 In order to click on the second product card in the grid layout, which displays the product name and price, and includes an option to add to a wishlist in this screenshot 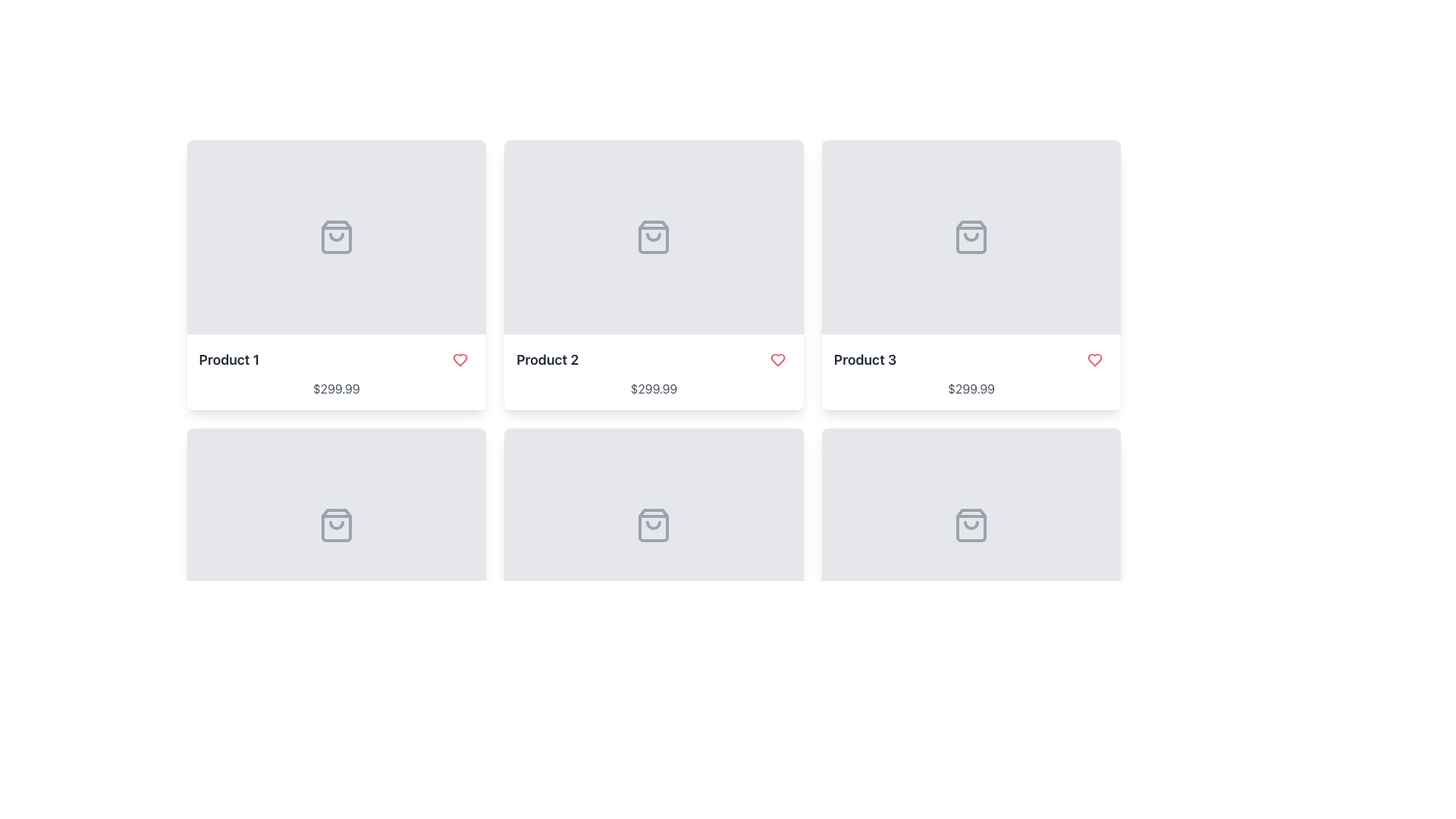, I will do `click(654, 275)`.